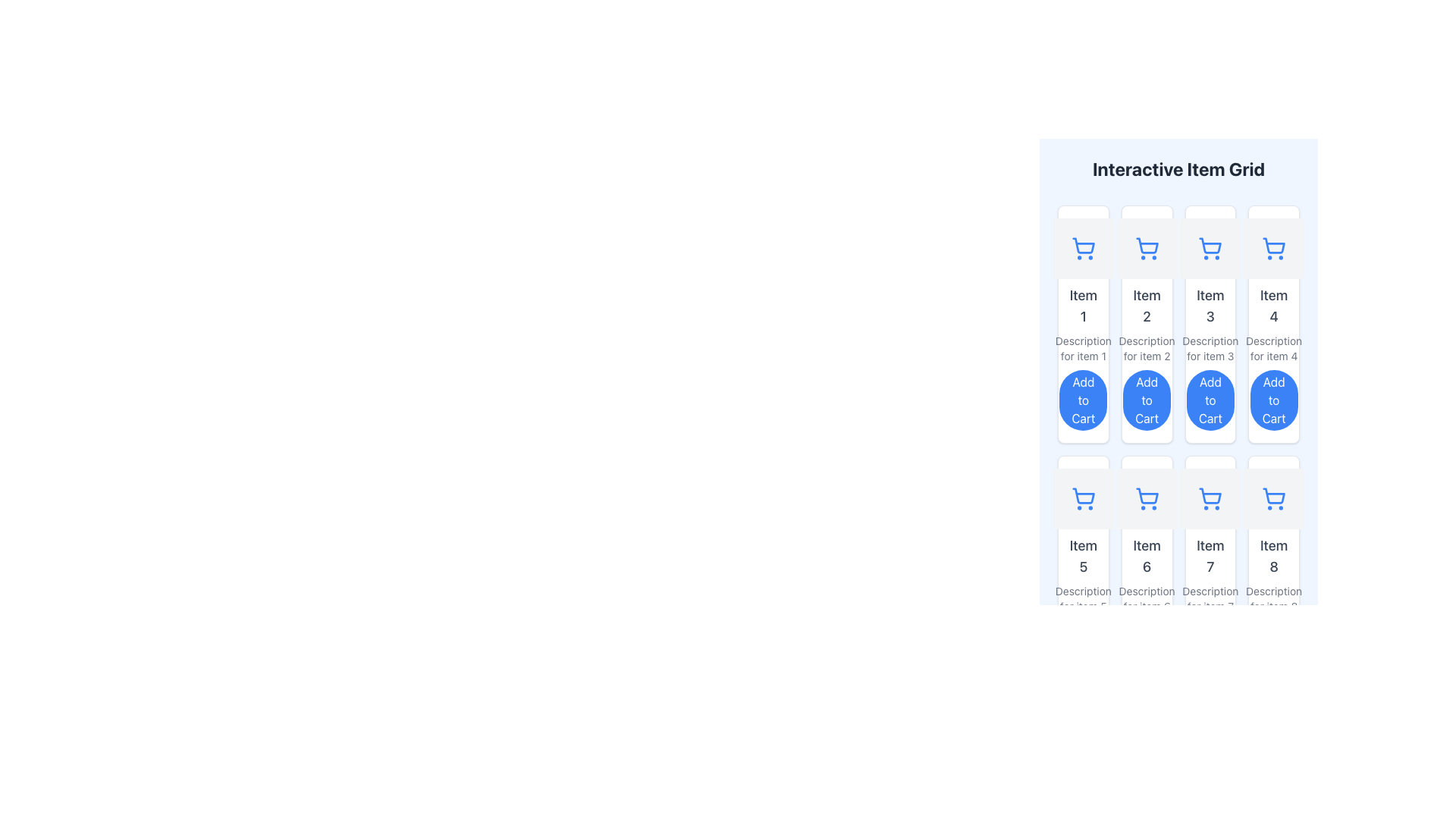  What do you see at coordinates (1274, 324) in the screenshot?
I see `the 'Add to Cart' button at the bottom of the Product Card labeled 'Item 4'` at bounding box center [1274, 324].